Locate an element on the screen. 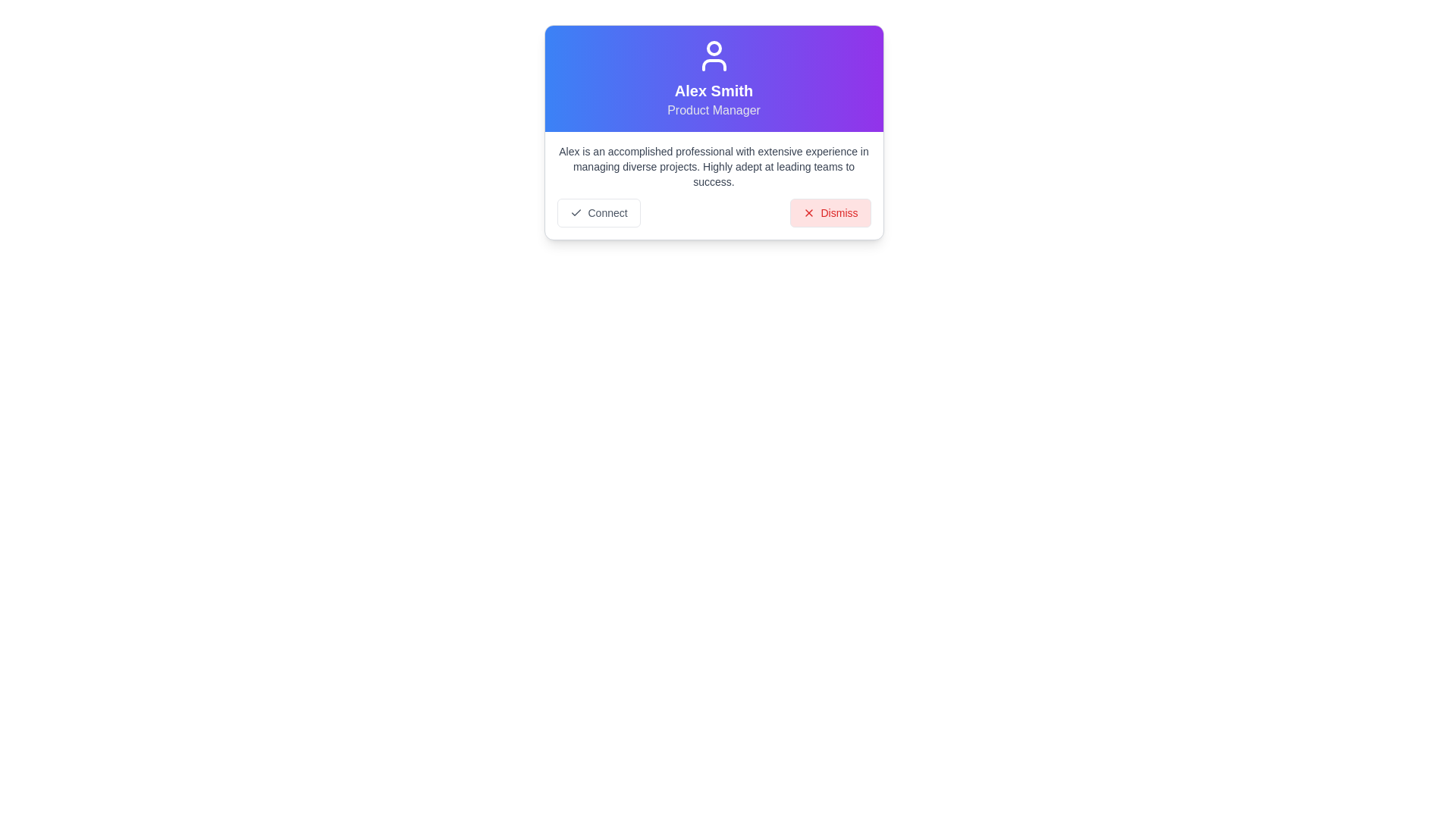 This screenshot has width=1456, height=819. the 'Dismiss' text label located is located at coordinates (839, 213).